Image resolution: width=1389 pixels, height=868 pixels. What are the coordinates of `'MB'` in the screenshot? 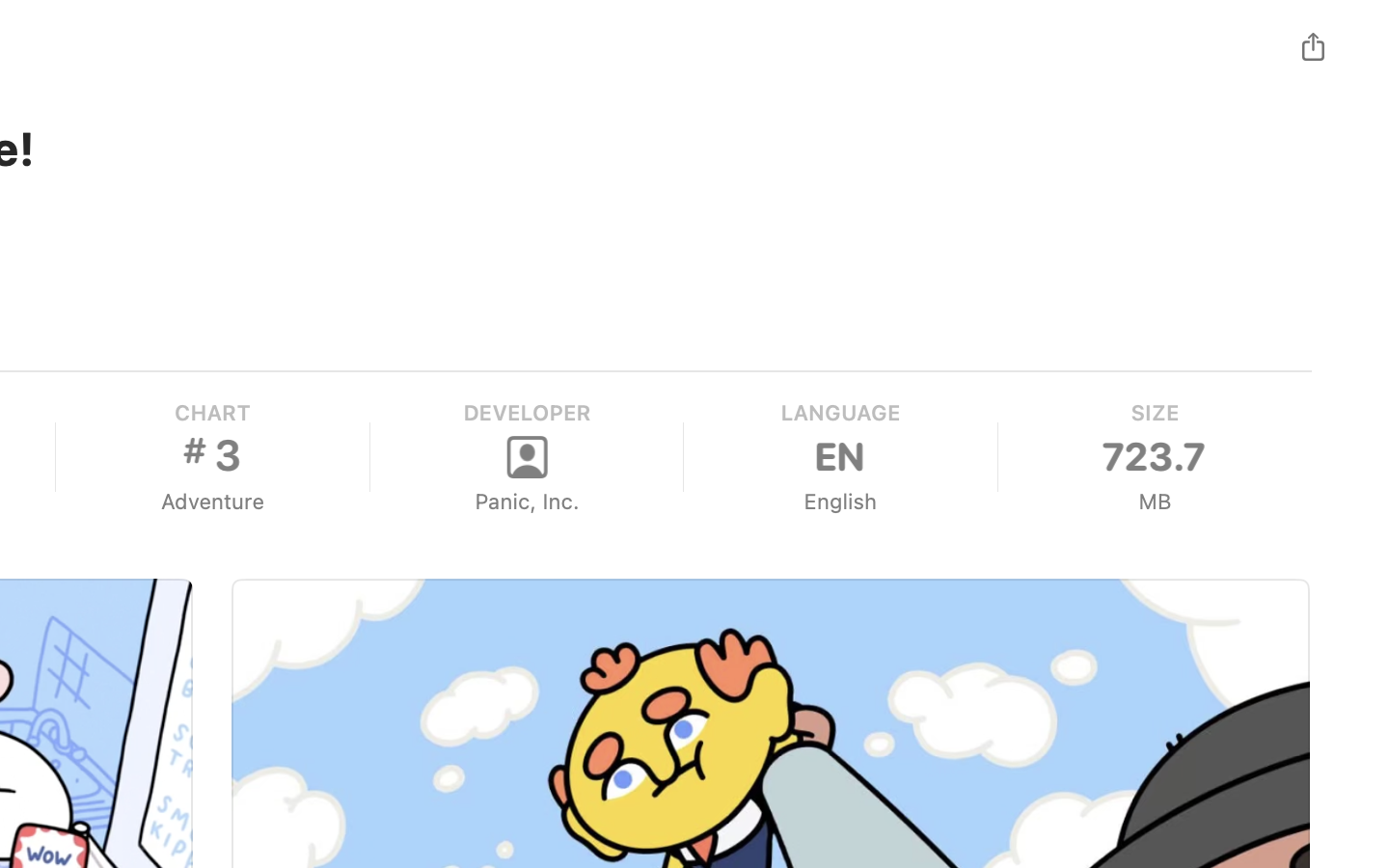 It's located at (1154, 501).